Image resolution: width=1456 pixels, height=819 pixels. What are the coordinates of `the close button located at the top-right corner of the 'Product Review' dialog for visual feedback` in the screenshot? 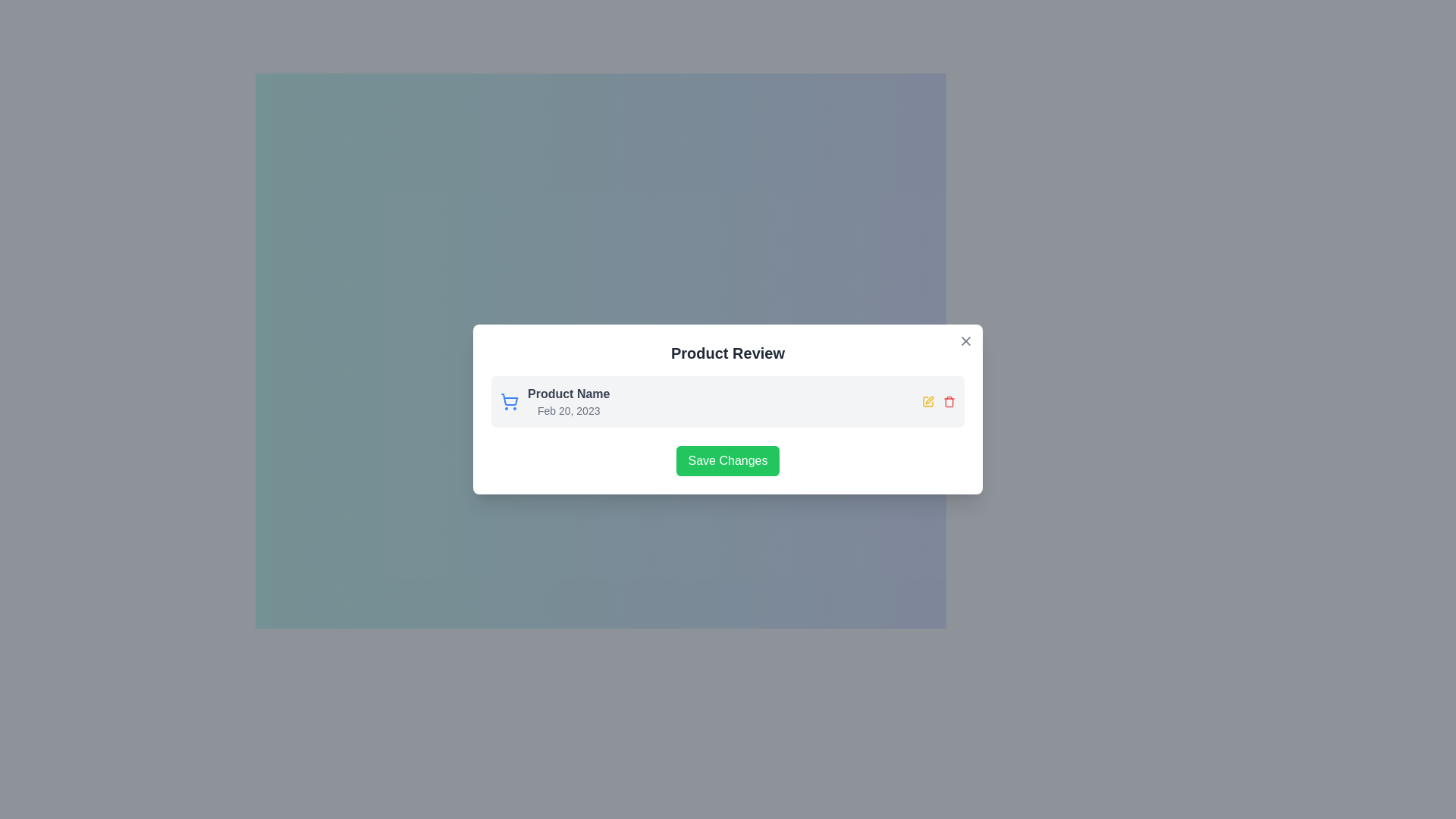 It's located at (965, 341).